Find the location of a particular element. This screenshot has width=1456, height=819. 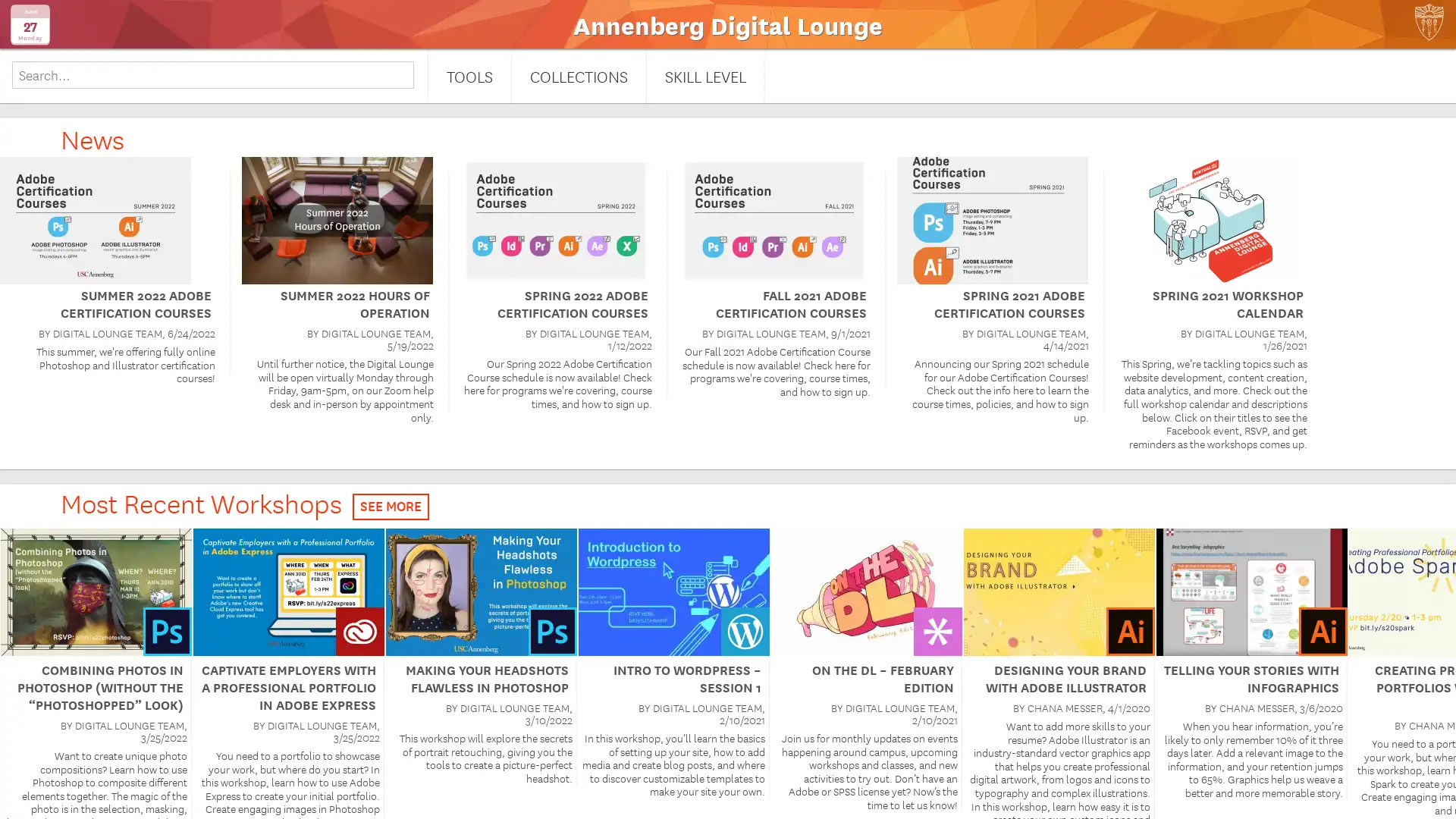

TOOLS is located at coordinates (469, 76).